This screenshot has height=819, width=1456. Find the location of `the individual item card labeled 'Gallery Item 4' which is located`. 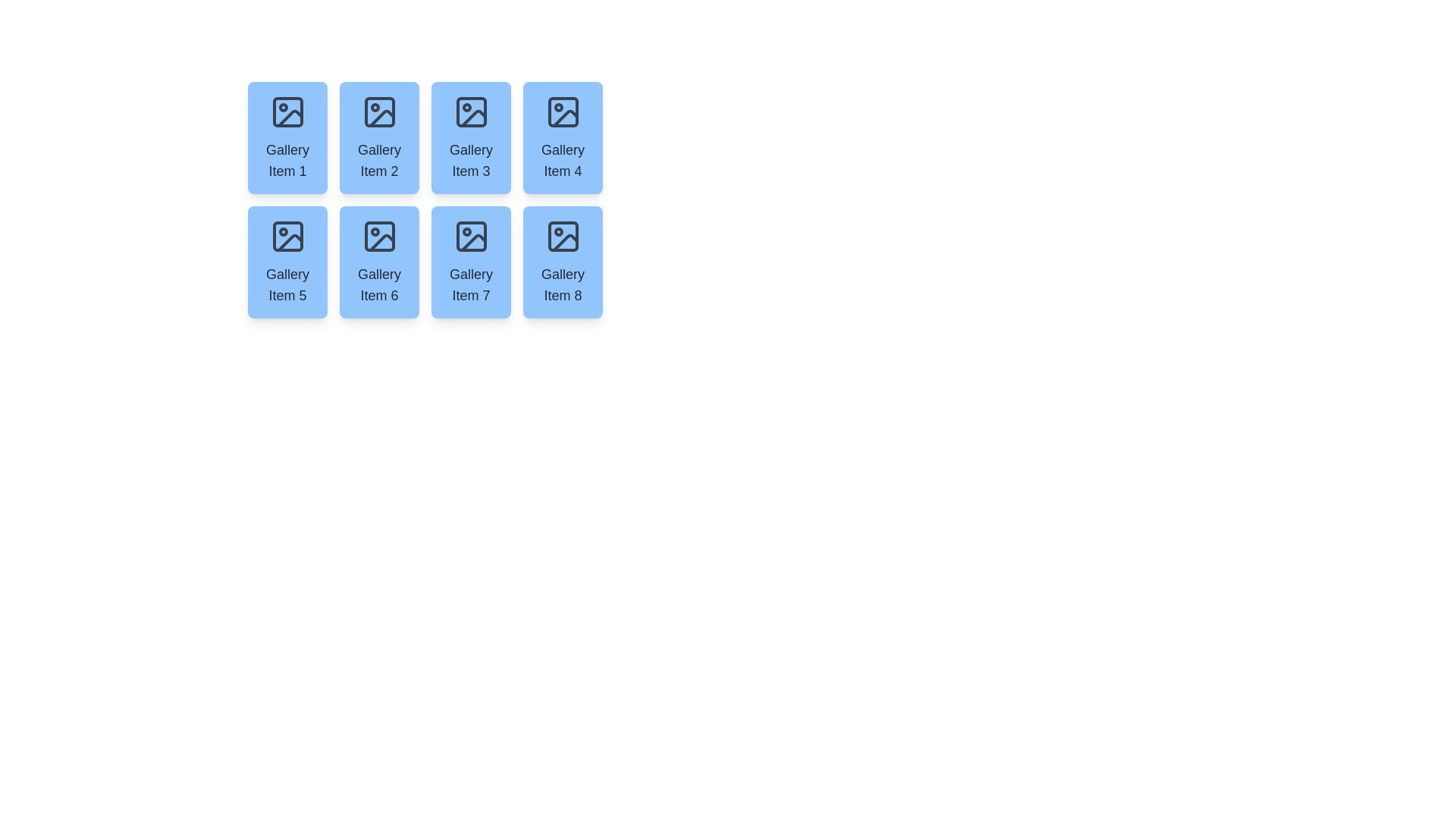

the individual item card labeled 'Gallery Item 4' which is located is located at coordinates (562, 137).